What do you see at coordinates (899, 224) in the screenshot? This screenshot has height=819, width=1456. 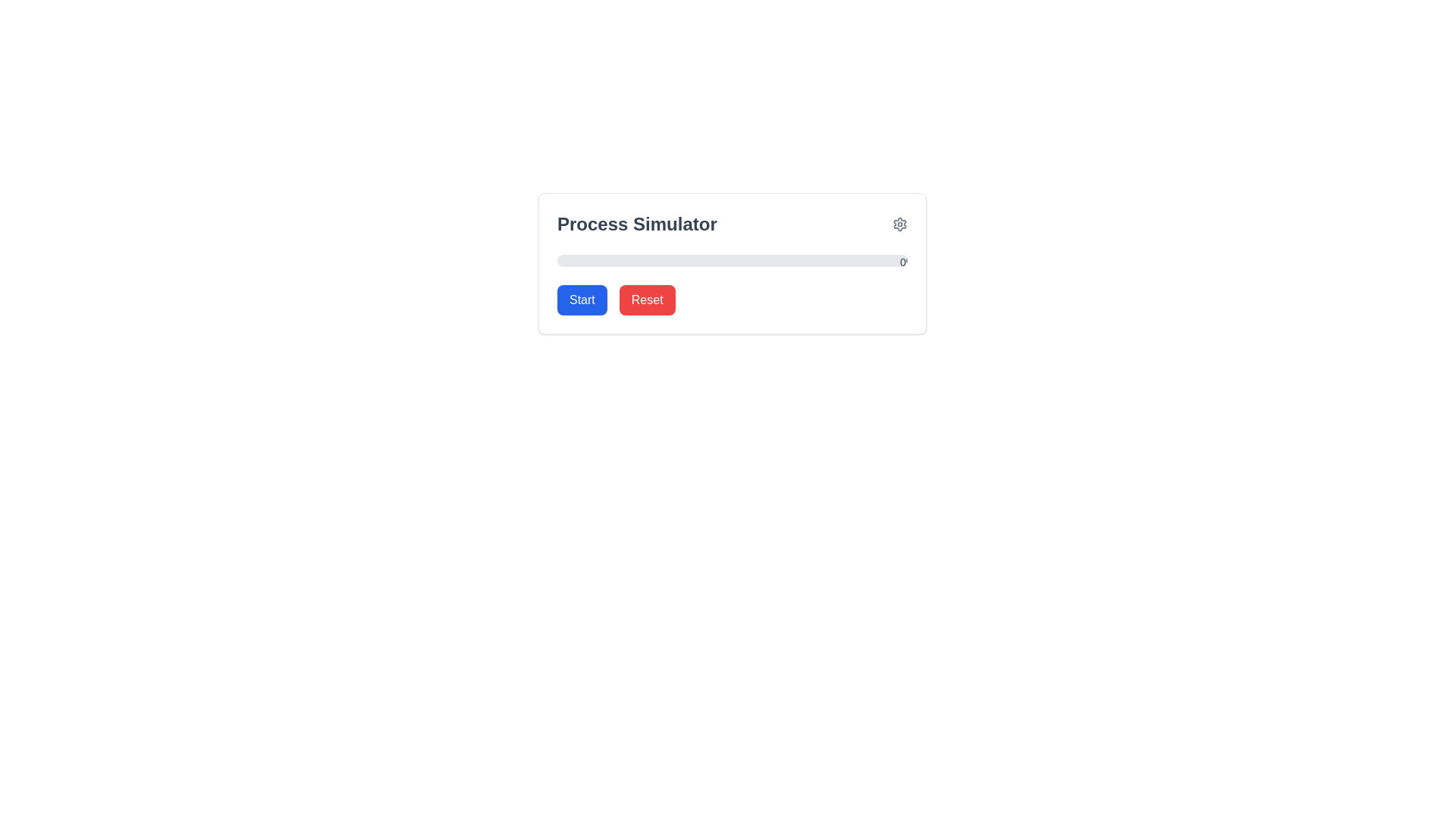 I see `the small gear-like icon in the top-right corner of the 'Process Simulator' interface card, which is styled in gray and represents settings functionality` at bounding box center [899, 224].